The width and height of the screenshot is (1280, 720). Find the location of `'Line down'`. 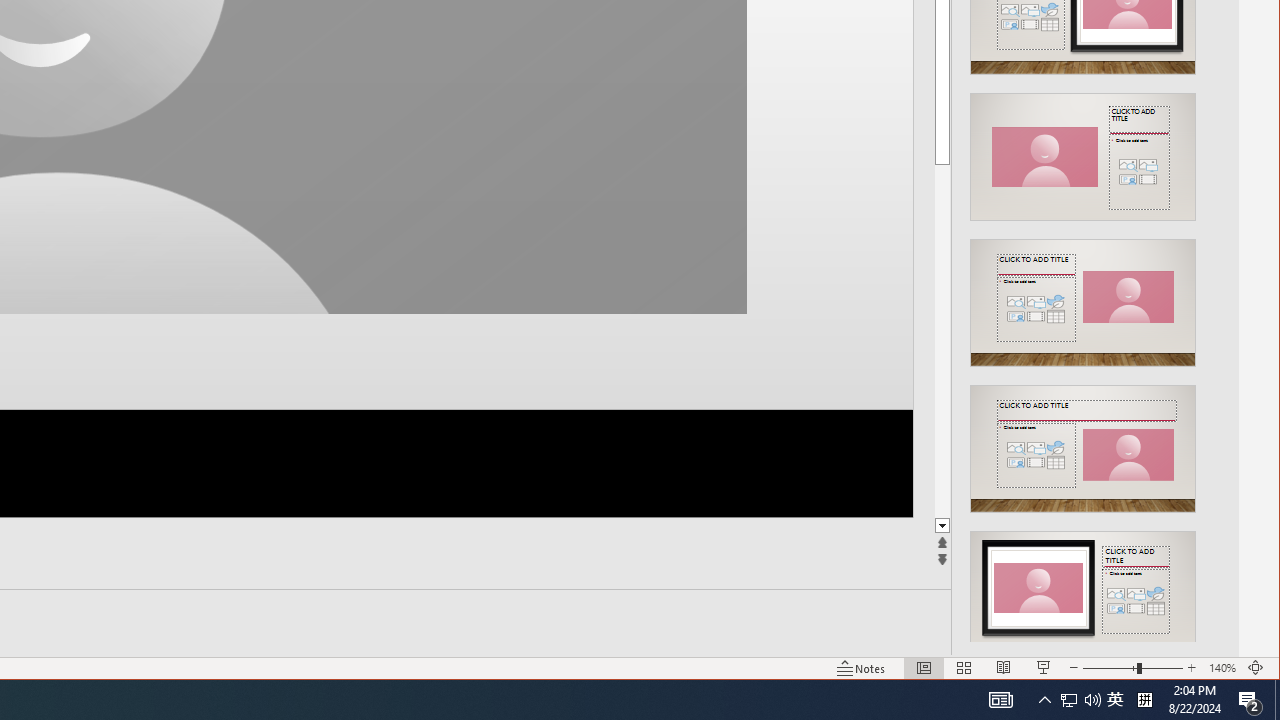

'Line down' is located at coordinates (941, 525).